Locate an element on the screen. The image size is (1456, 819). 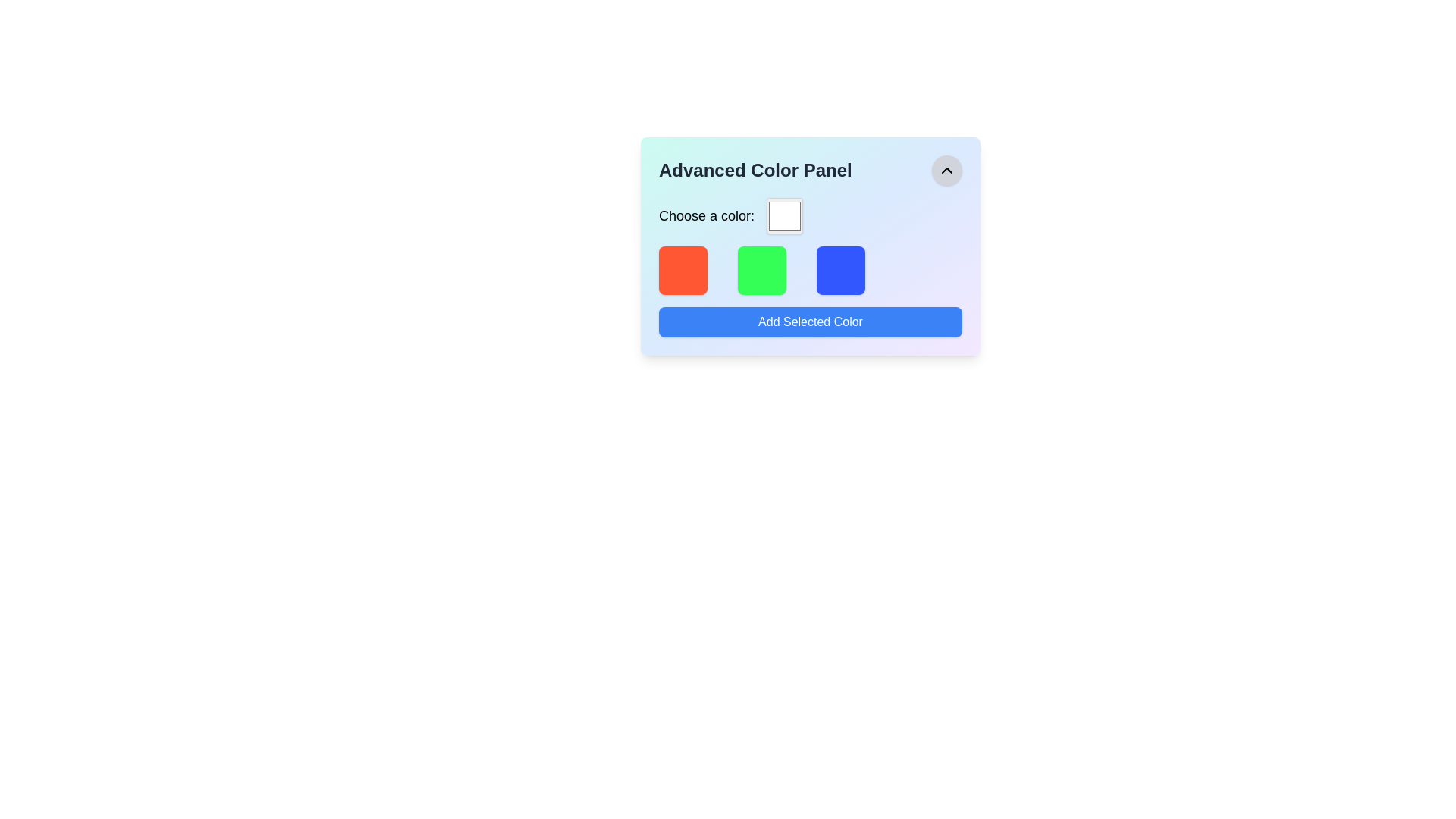
the text label displaying 'Choose a color:' which is styled with a large font size and medium font weight, located near the top-left of a color selection interface is located at coordinates (705, 216).